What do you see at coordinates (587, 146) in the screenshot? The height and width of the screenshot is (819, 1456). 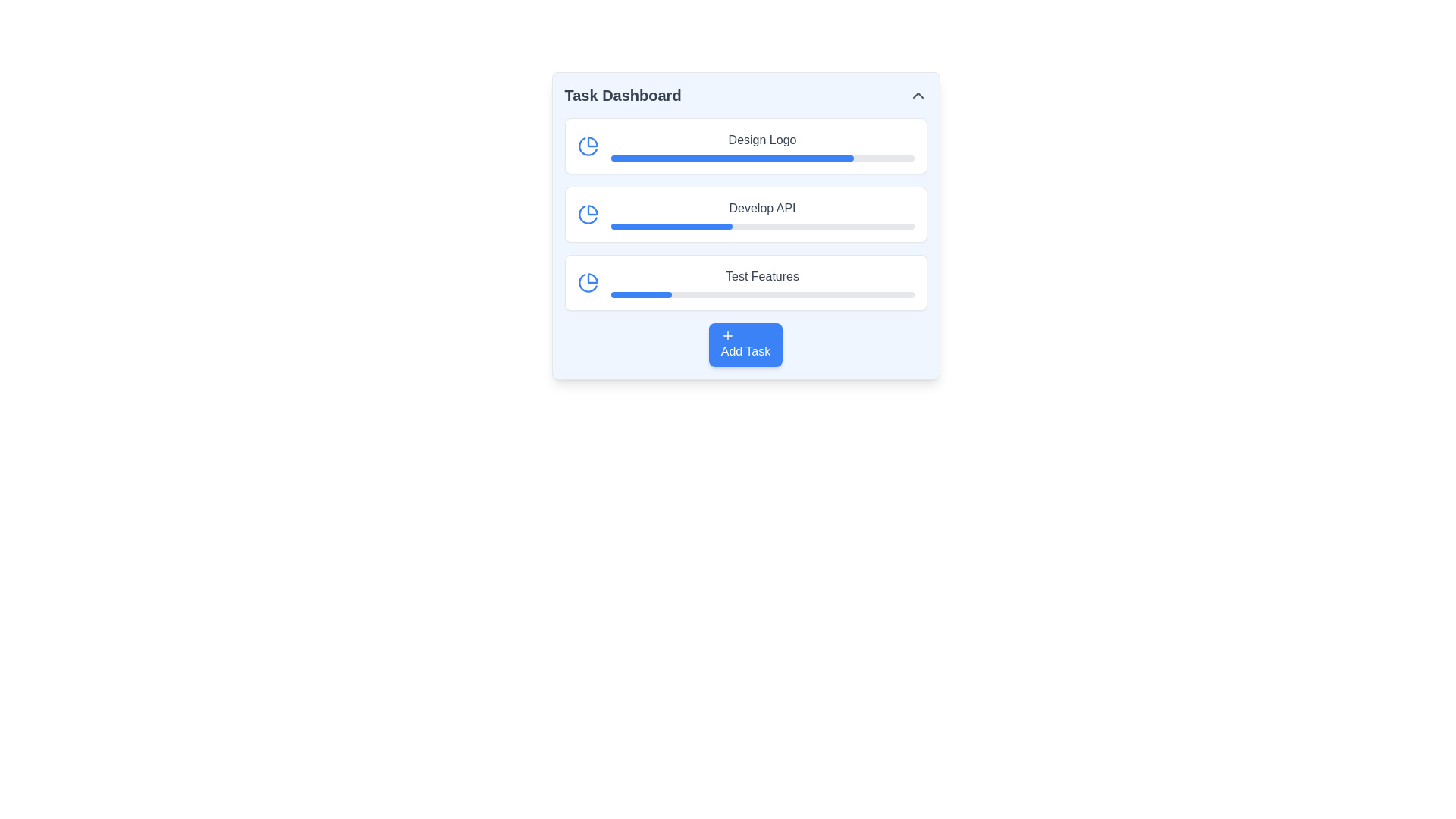 I see `the blue pie chart icon located near the top-left corner of the 'Design Logo' section in the task dashboard` at bounding box center [587, 146].